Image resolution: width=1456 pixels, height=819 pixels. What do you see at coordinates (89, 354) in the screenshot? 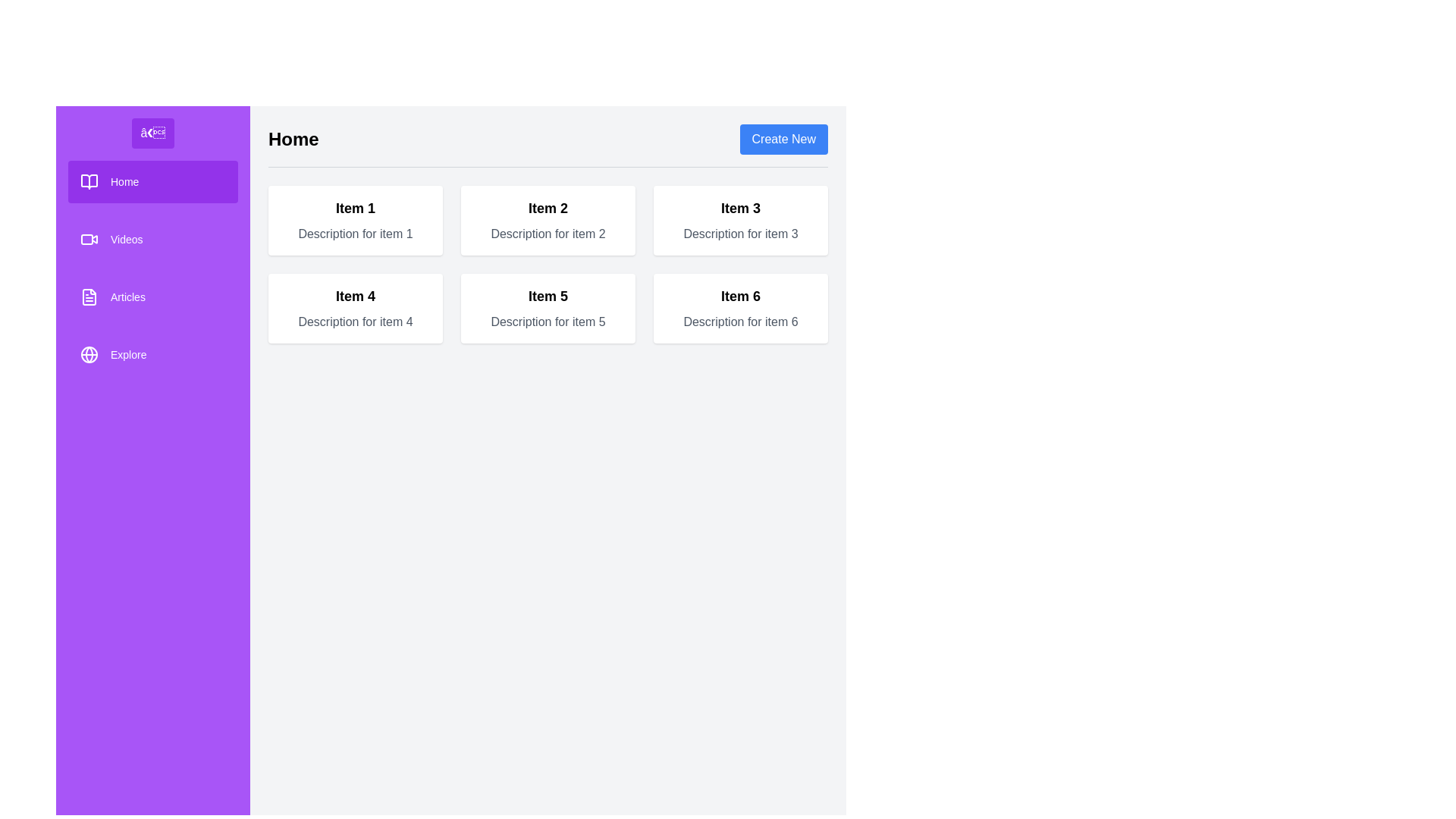
I see `the 'Explore' icon located in the vertical navigation bar, specifically the fourth item from the top` at bounding box center [89, 354].